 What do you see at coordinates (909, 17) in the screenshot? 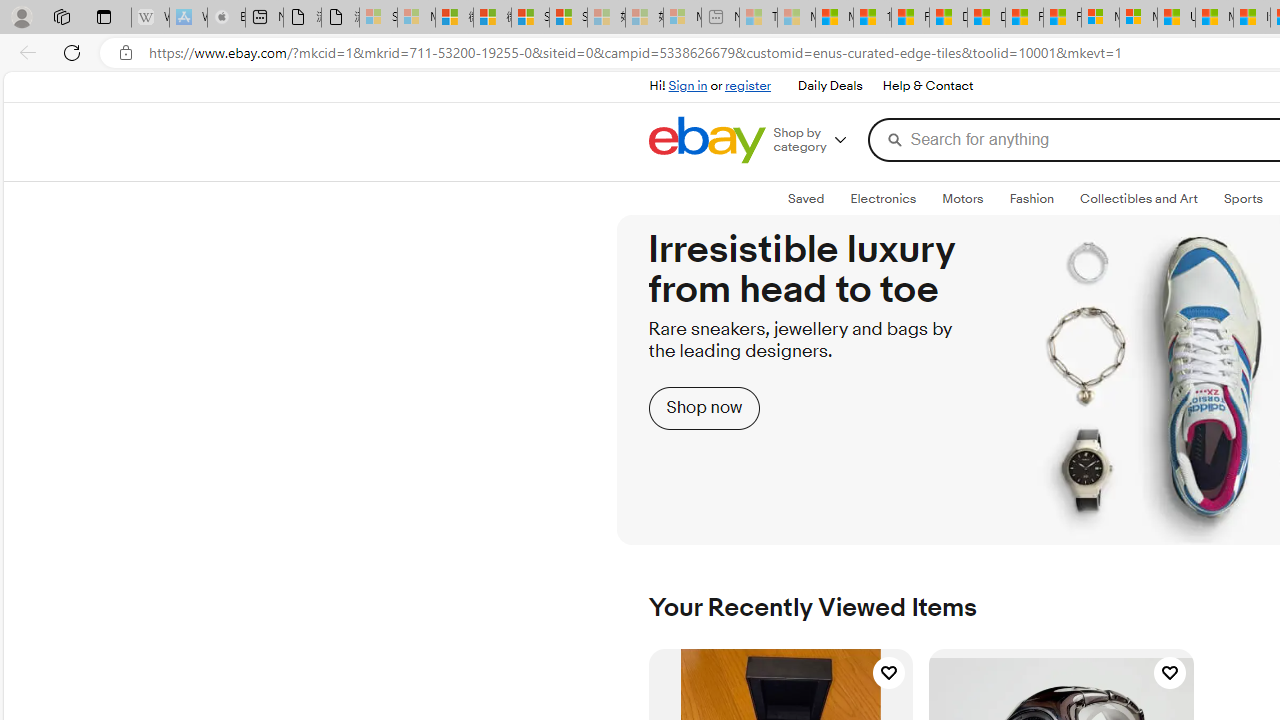
I see `'Food and Drink - MSN'` at bounding box center [909, 17].